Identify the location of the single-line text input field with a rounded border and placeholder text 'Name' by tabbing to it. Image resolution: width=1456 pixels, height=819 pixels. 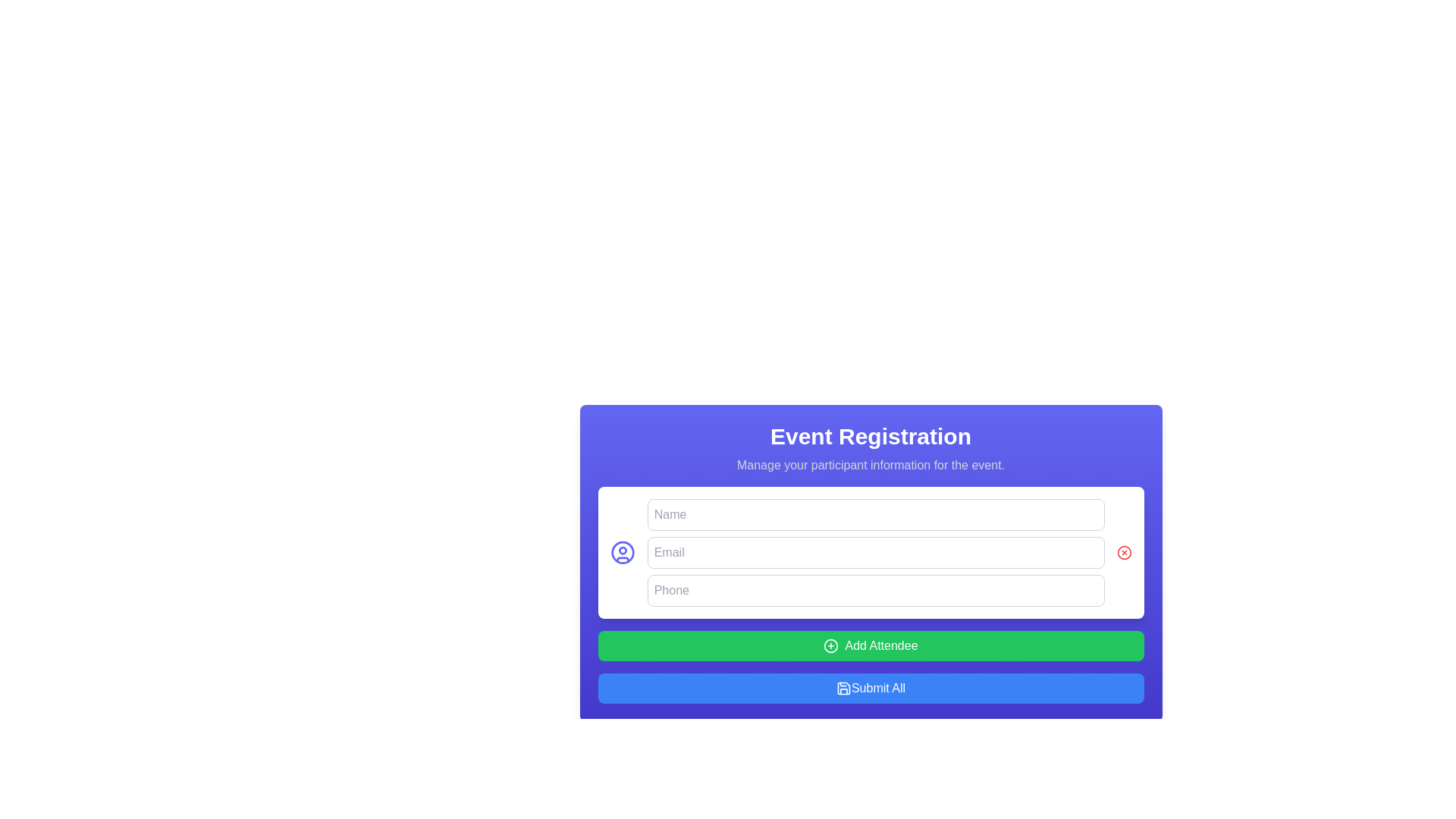
(876, 513).